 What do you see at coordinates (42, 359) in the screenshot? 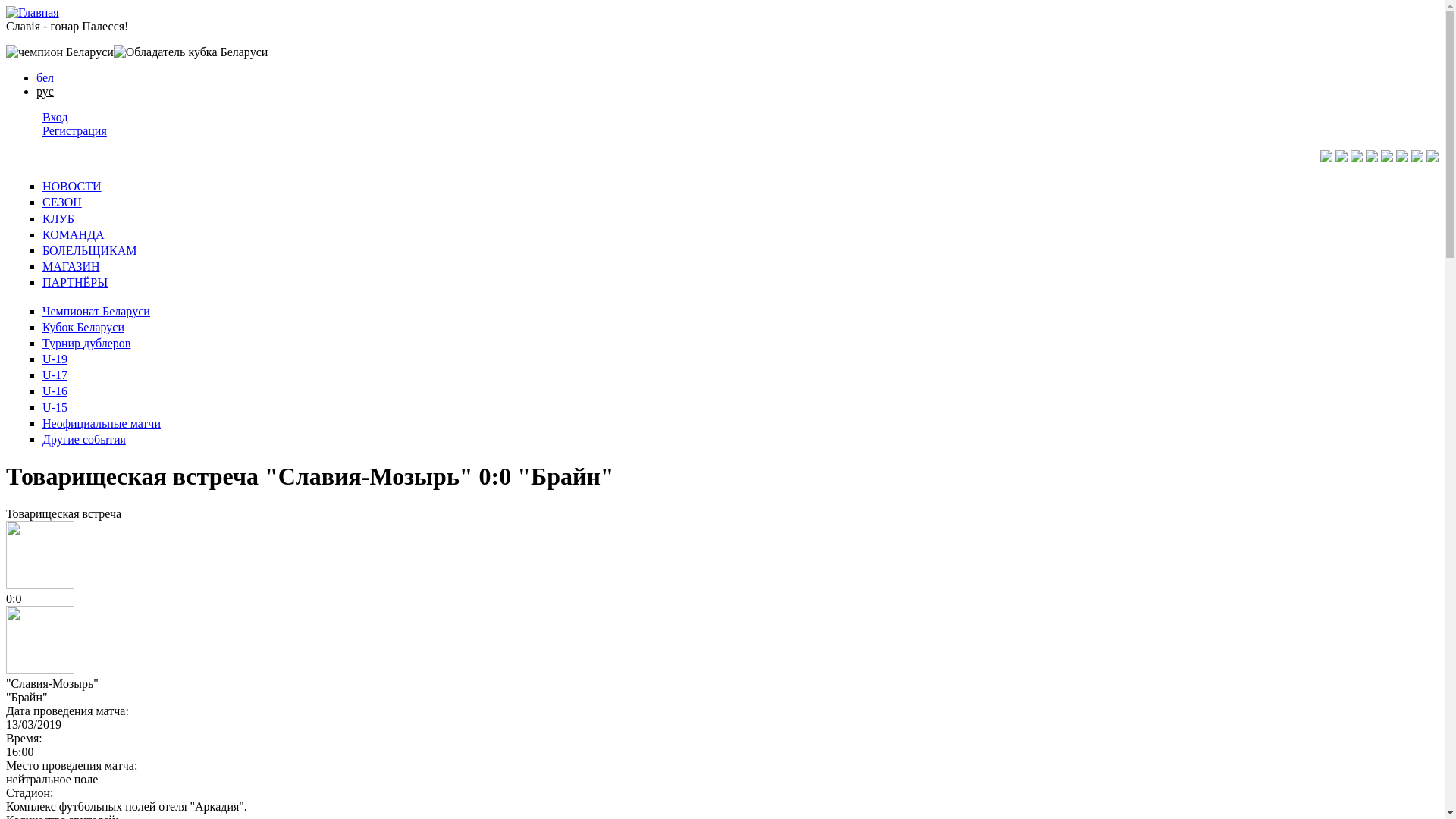
I see `'U-19'` at bounding box center [42, 359].